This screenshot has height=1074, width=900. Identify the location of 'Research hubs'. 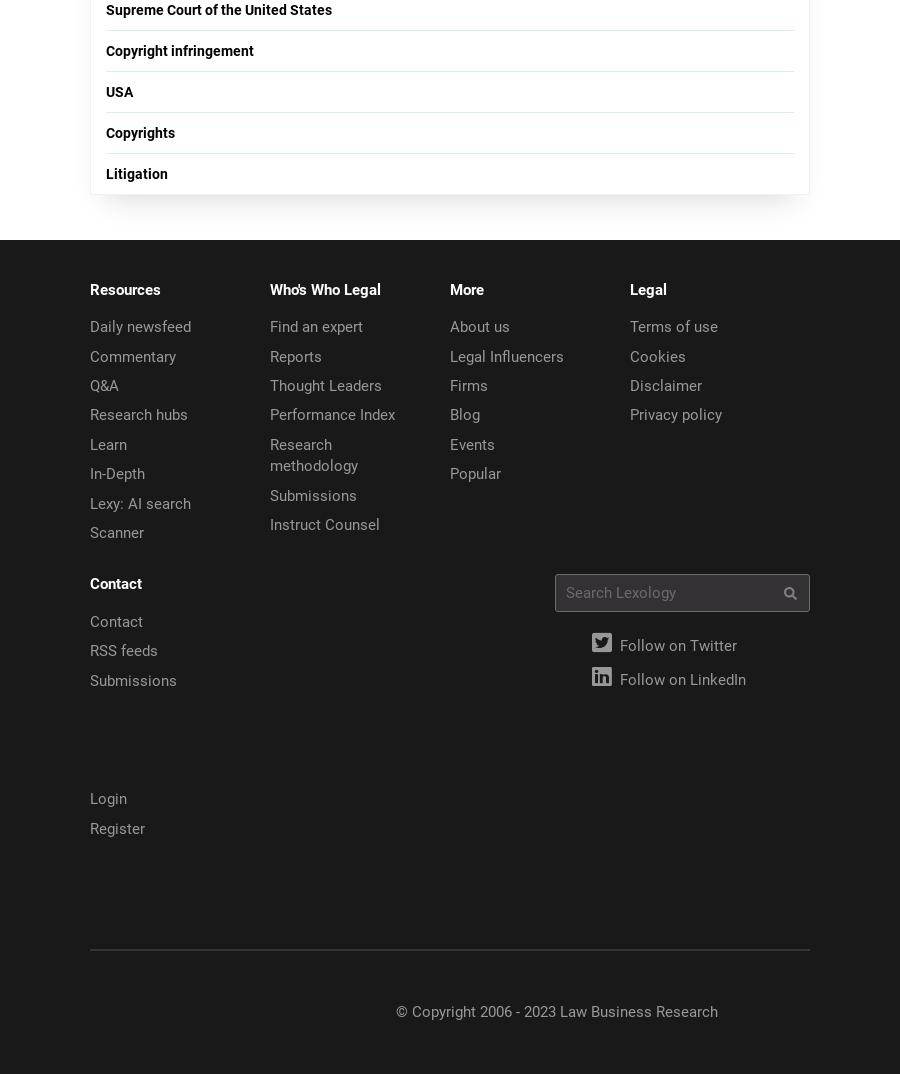
(138, 414).